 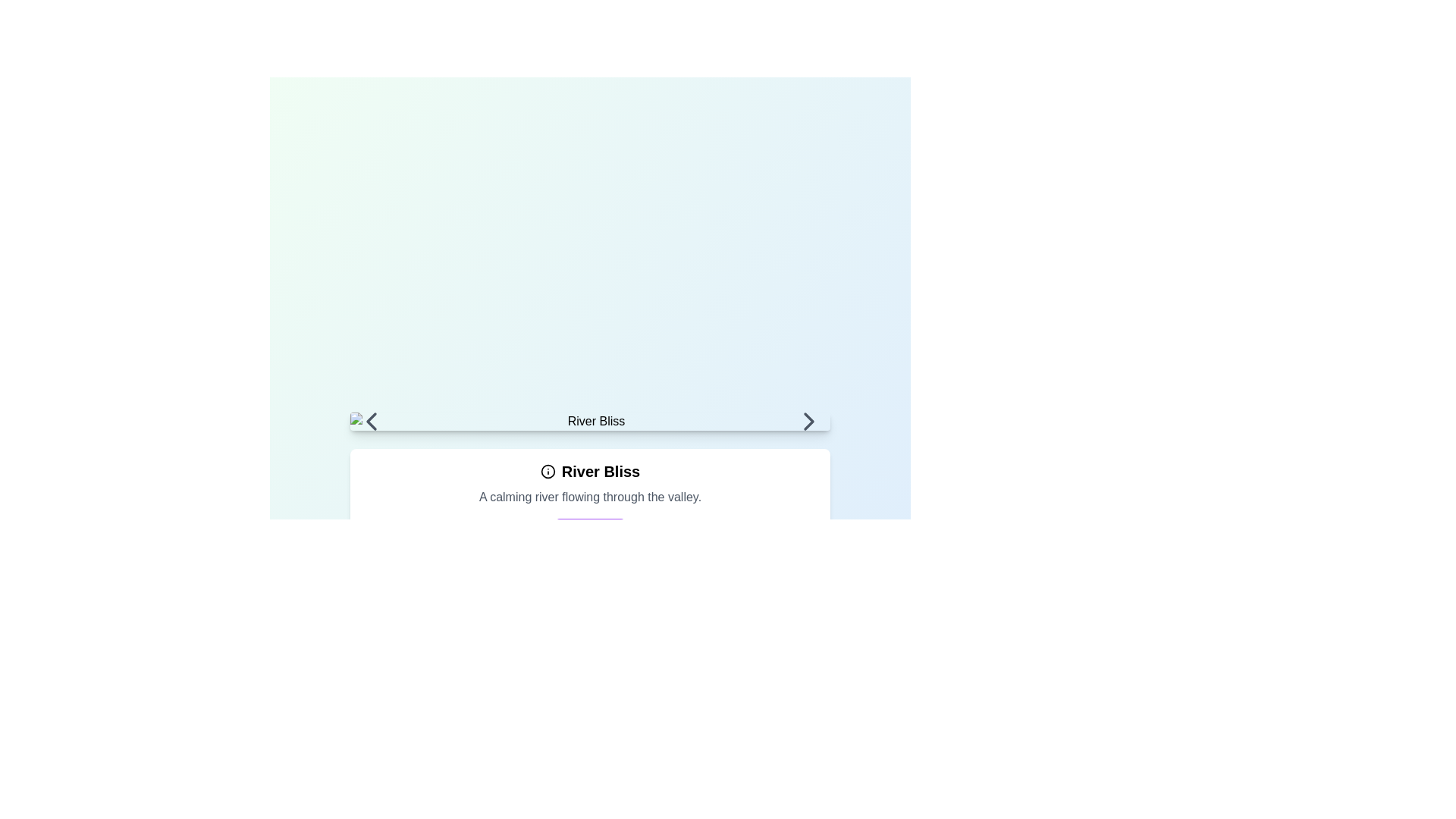 I want to click on the small triangular chevron icon pointing to the right, located to the right of the text 'River Bliss' in the horizontal navigation bar, so click(x=808, y=421).